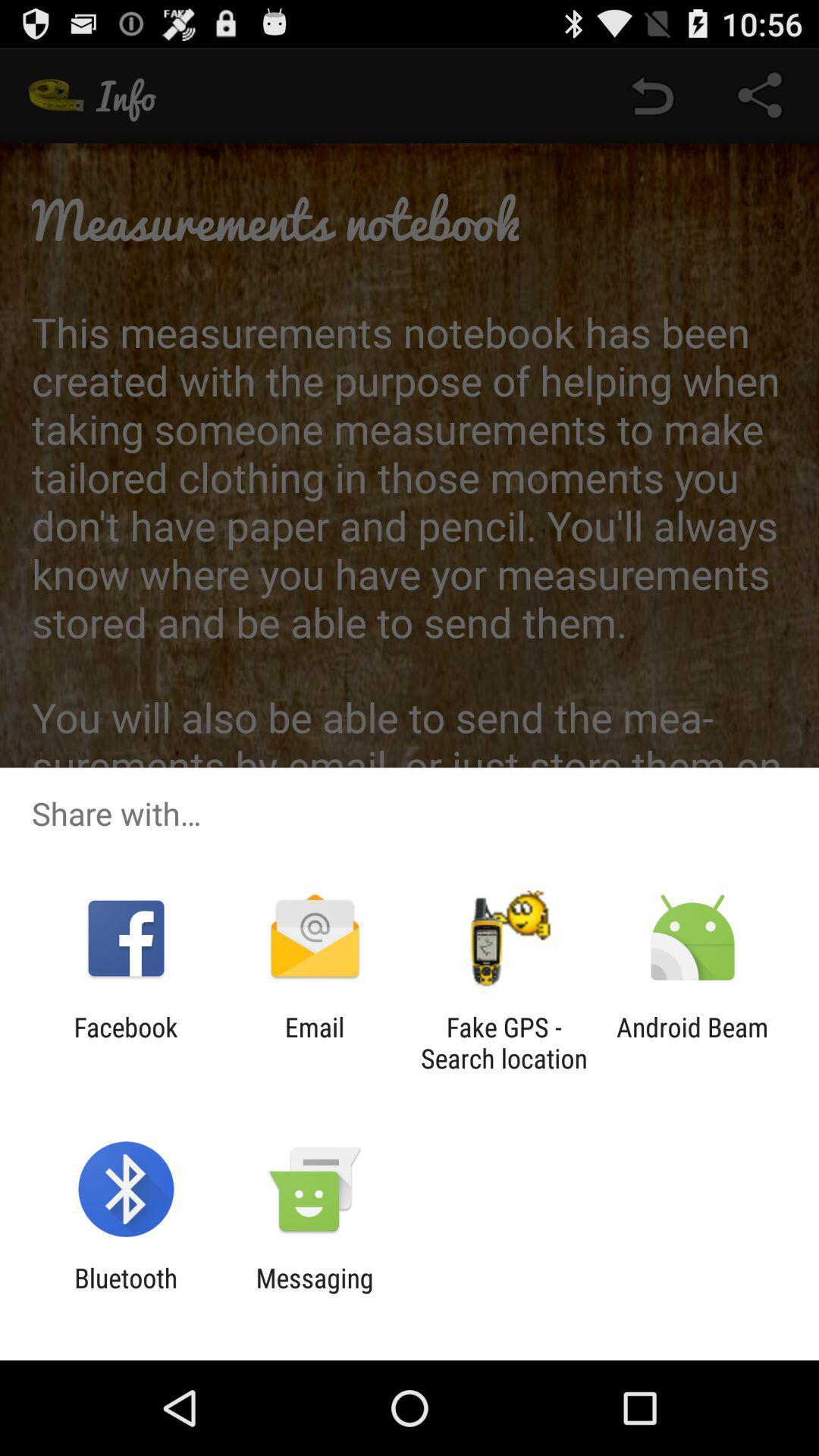 This screenshot has width=819, height=1456. I want to click on the fake gps search app, so click(504, 1042).